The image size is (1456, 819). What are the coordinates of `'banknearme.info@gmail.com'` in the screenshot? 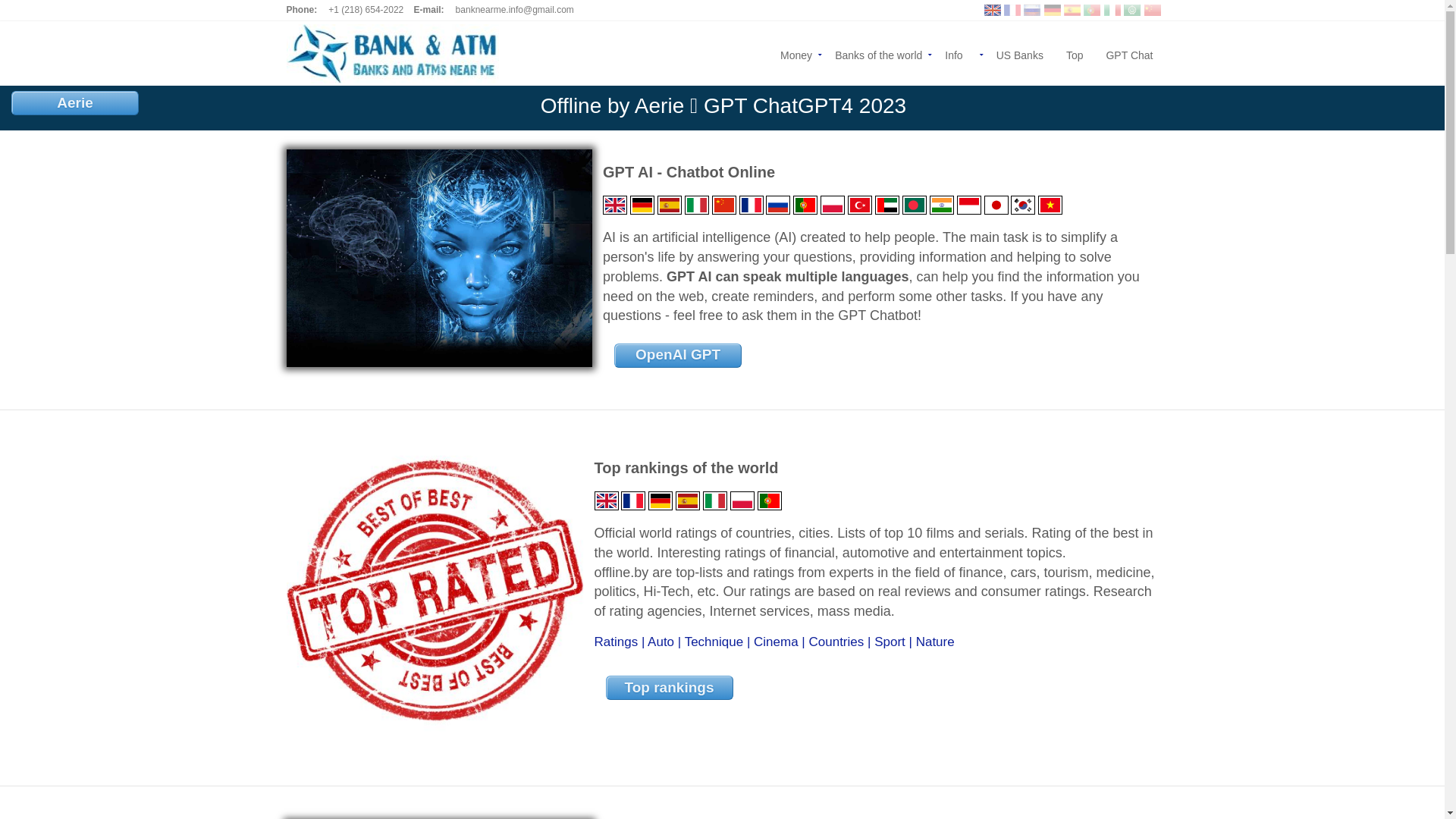 It's located at (514, 9).